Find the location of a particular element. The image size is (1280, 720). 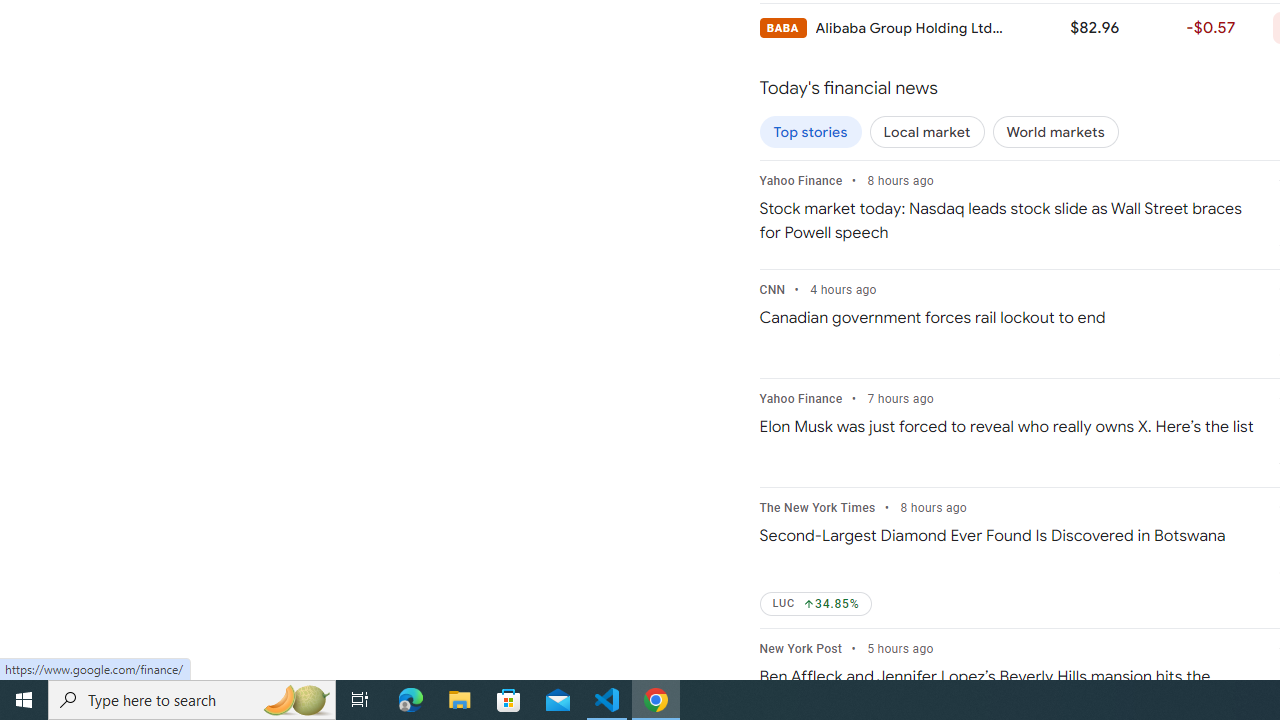

'Local market' is located at coordinates (926, 132).